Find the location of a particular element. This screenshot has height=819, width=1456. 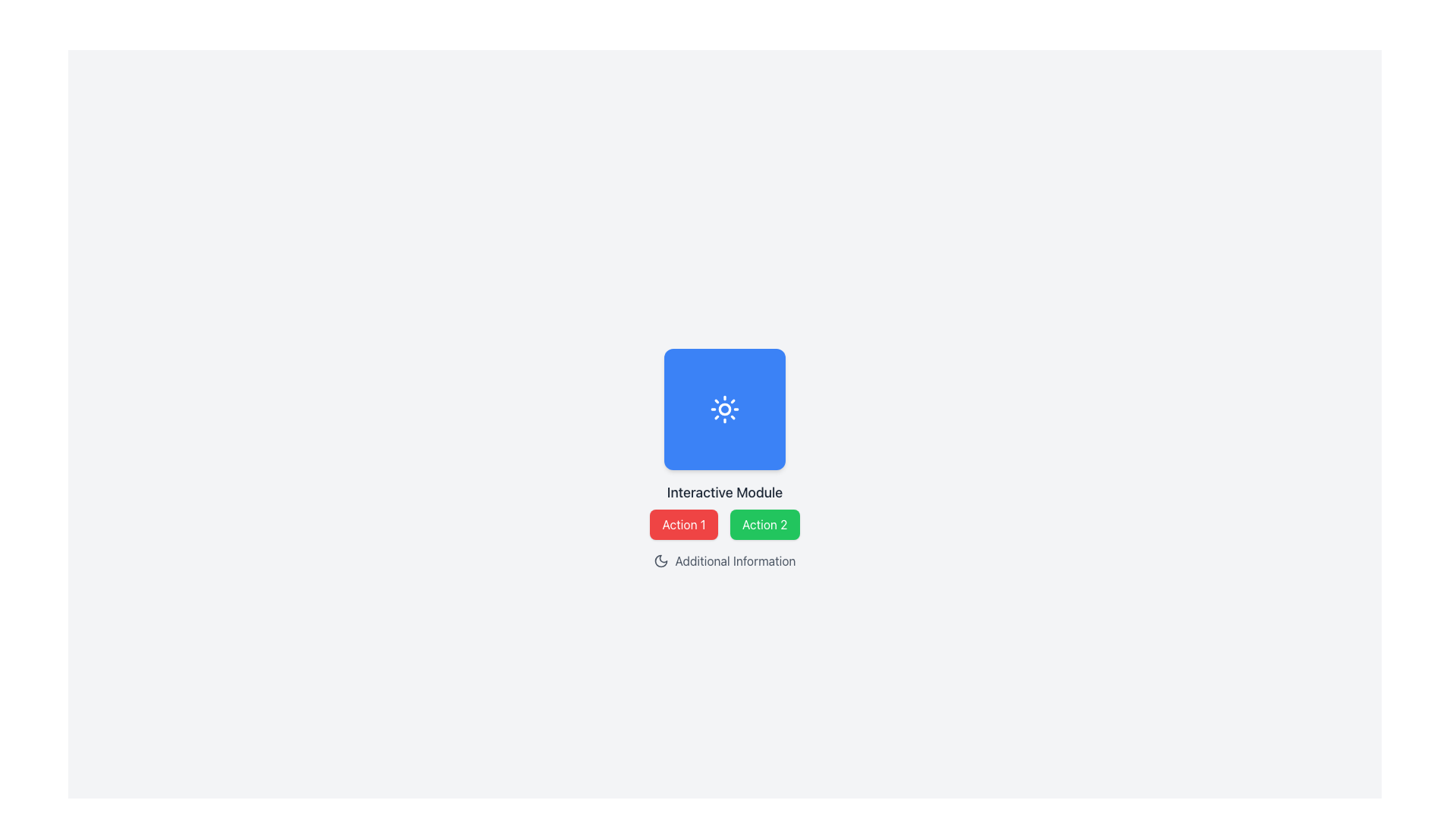

the Text Label that is positioned directly below the central blue square component, which serves as a descriptor for that component is located at coordinates (723, 493).